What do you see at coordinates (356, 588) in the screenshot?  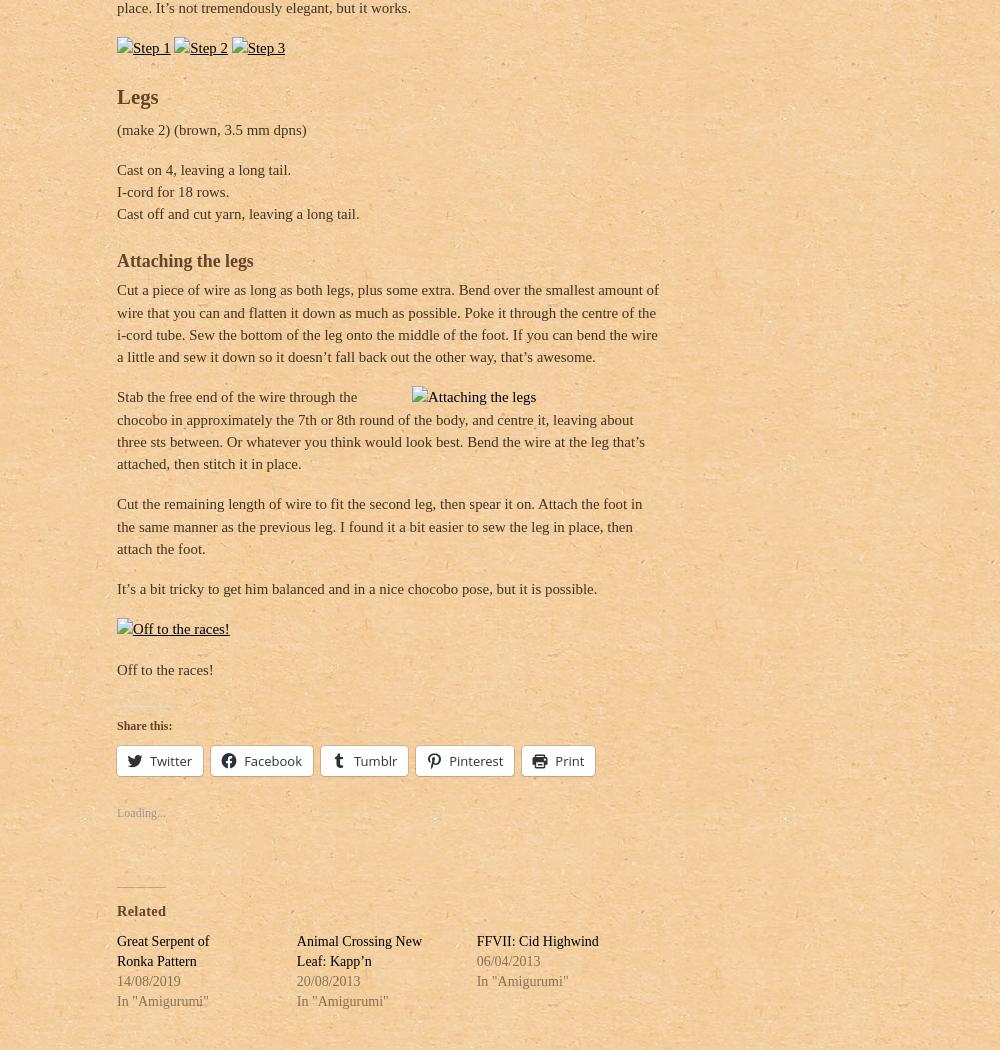 I see `'It’s a bit tricky to get him balanced and in a nice chocobo pose, but it is possible.'` at bounding box center [356, 588].